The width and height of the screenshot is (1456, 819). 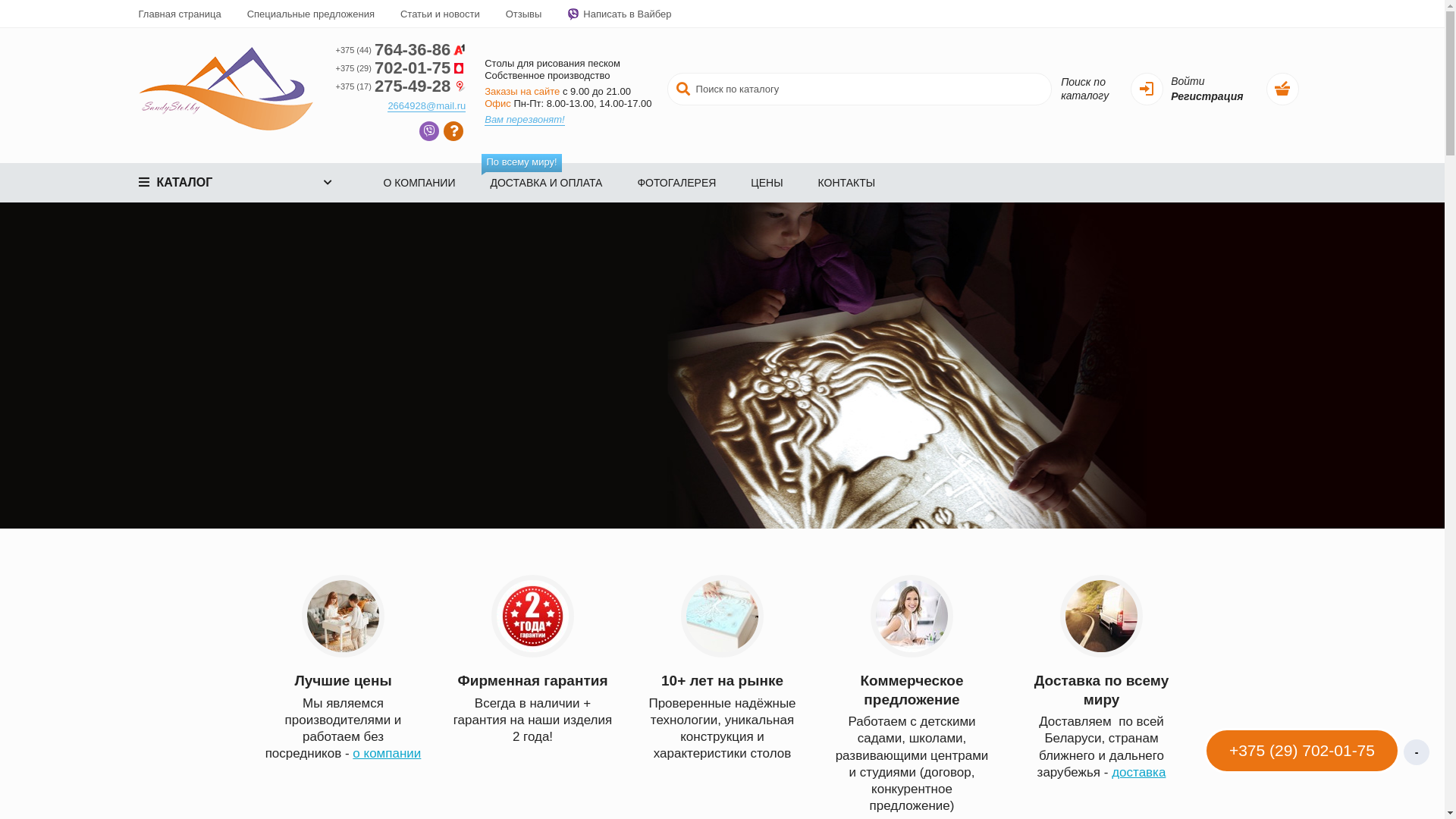 I want to click on '+375 (44), so click(x=400, y=49).